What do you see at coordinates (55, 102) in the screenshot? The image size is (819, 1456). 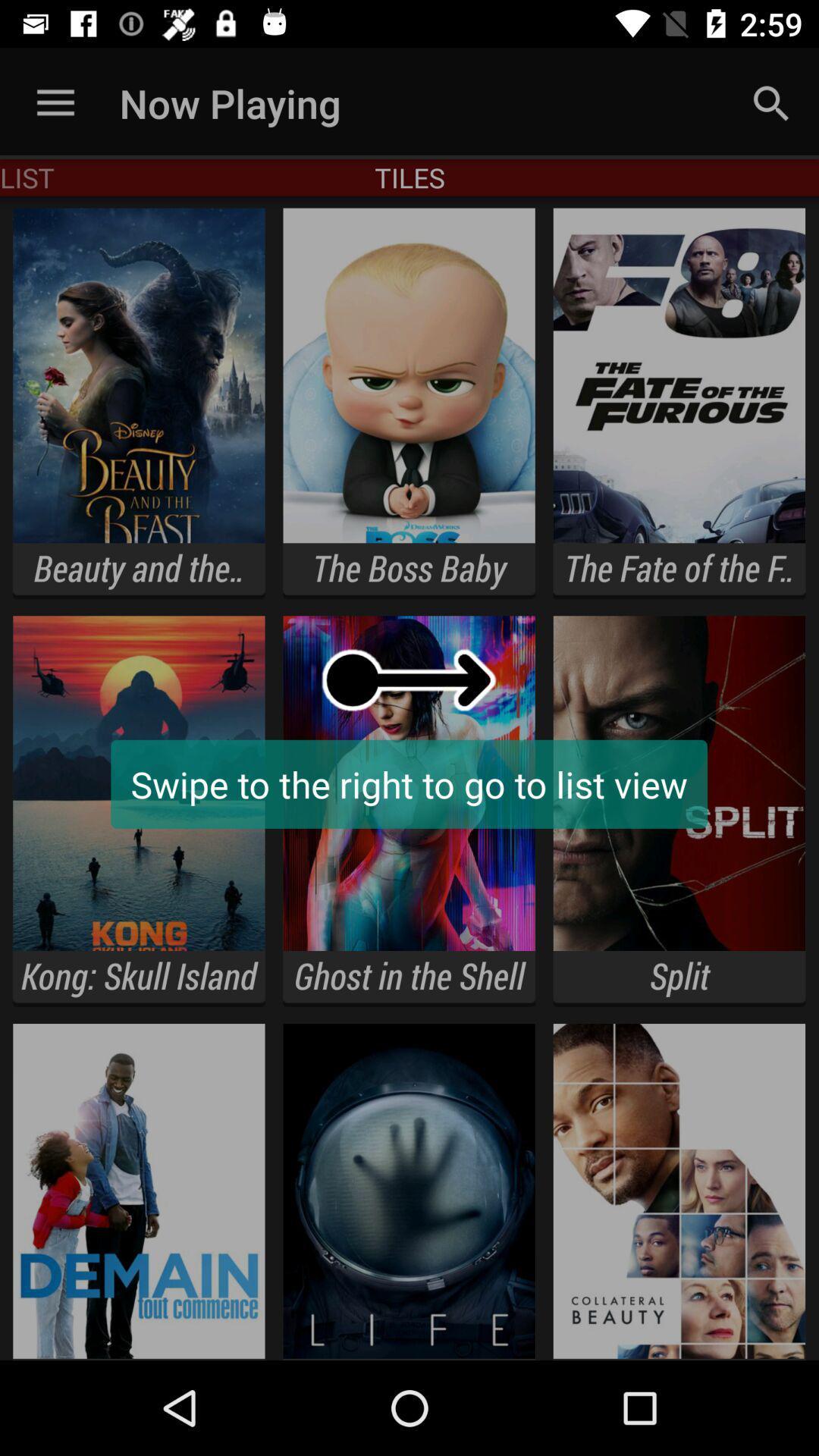 I see `the icon next to now playing` at bounding box center [55, 102].